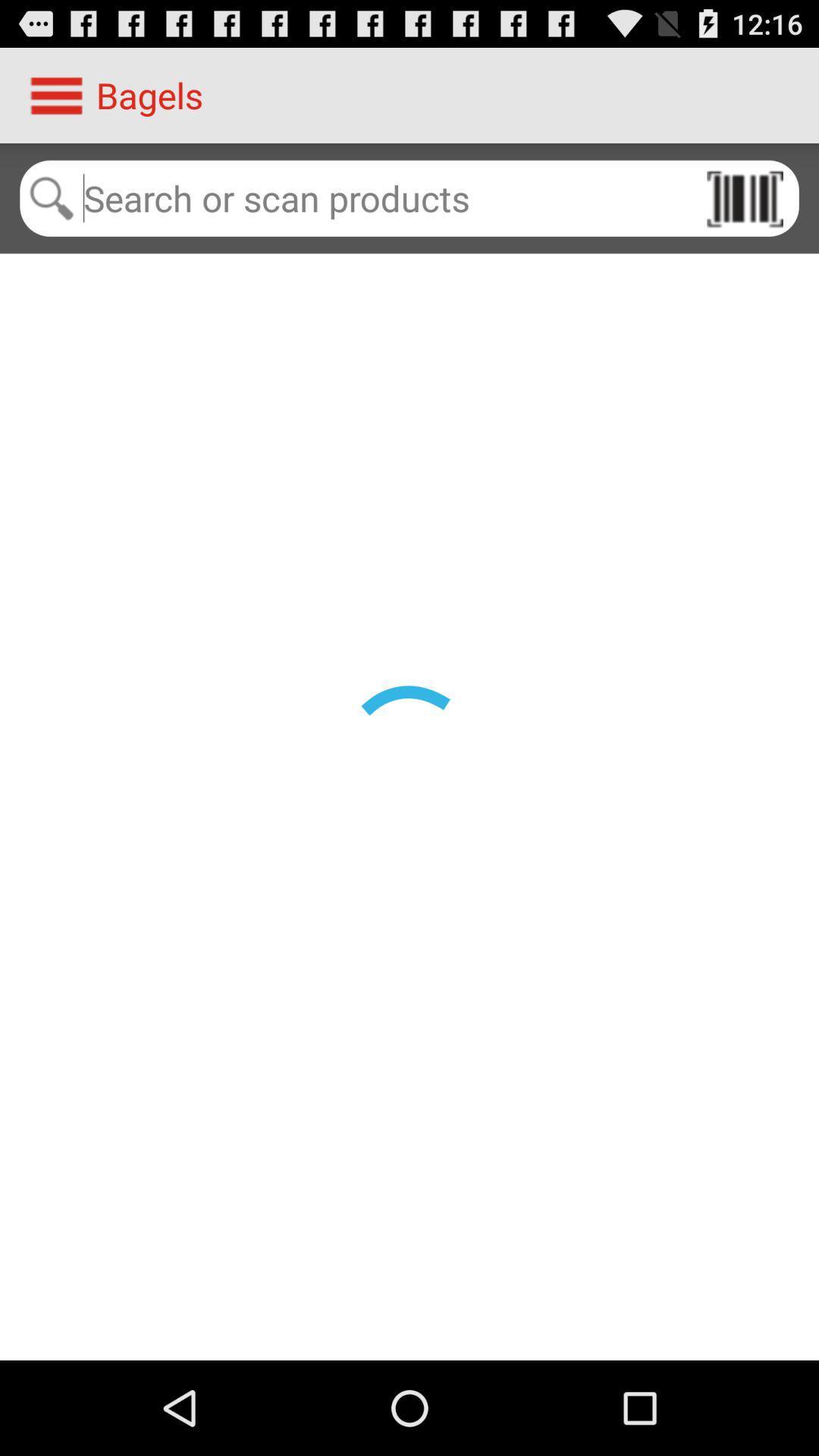  Describe the element at coordinates (744, 212) in the screenshot. I see `the pause icon` at that location.